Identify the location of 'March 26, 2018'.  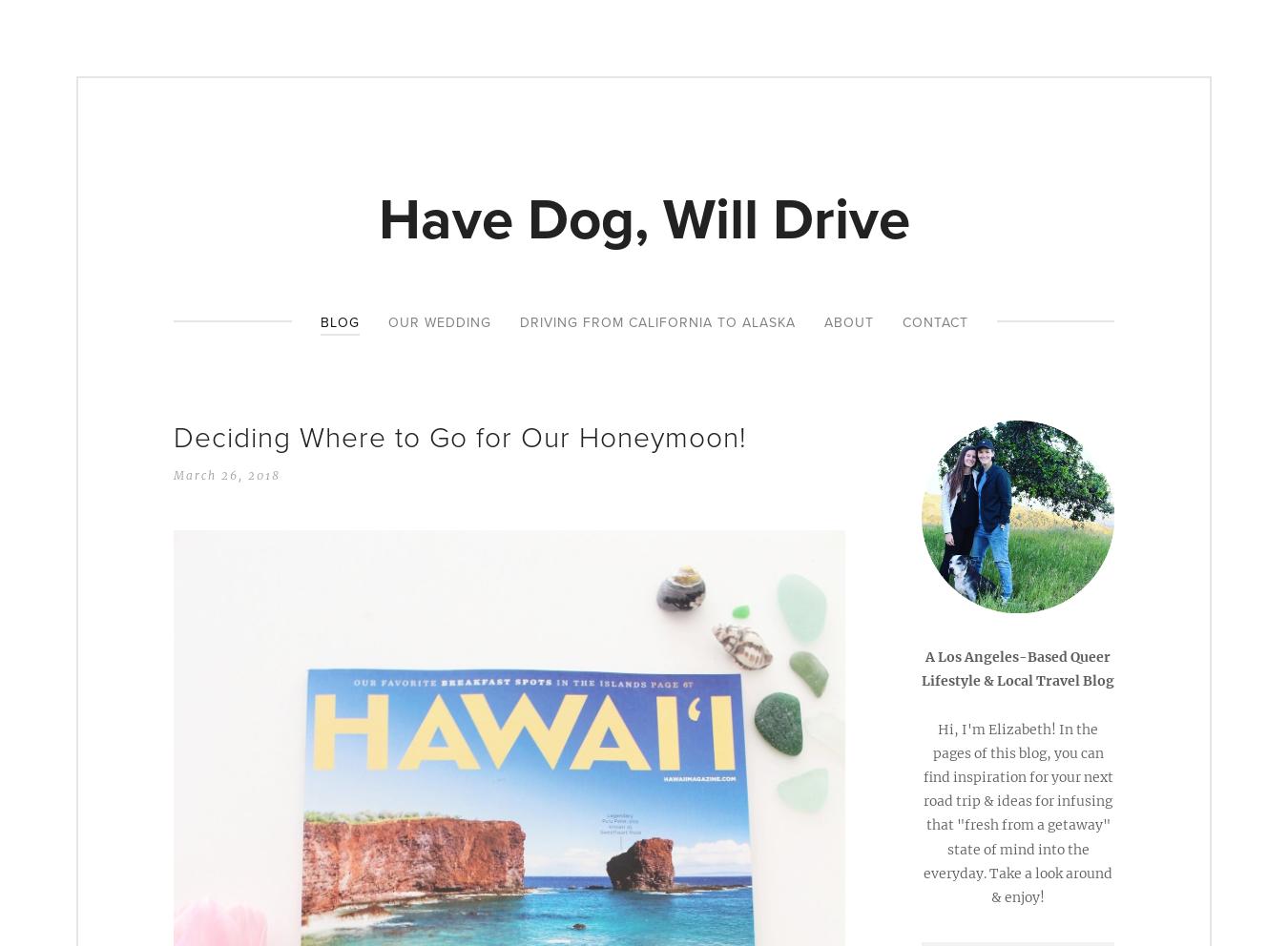
(226, 473).